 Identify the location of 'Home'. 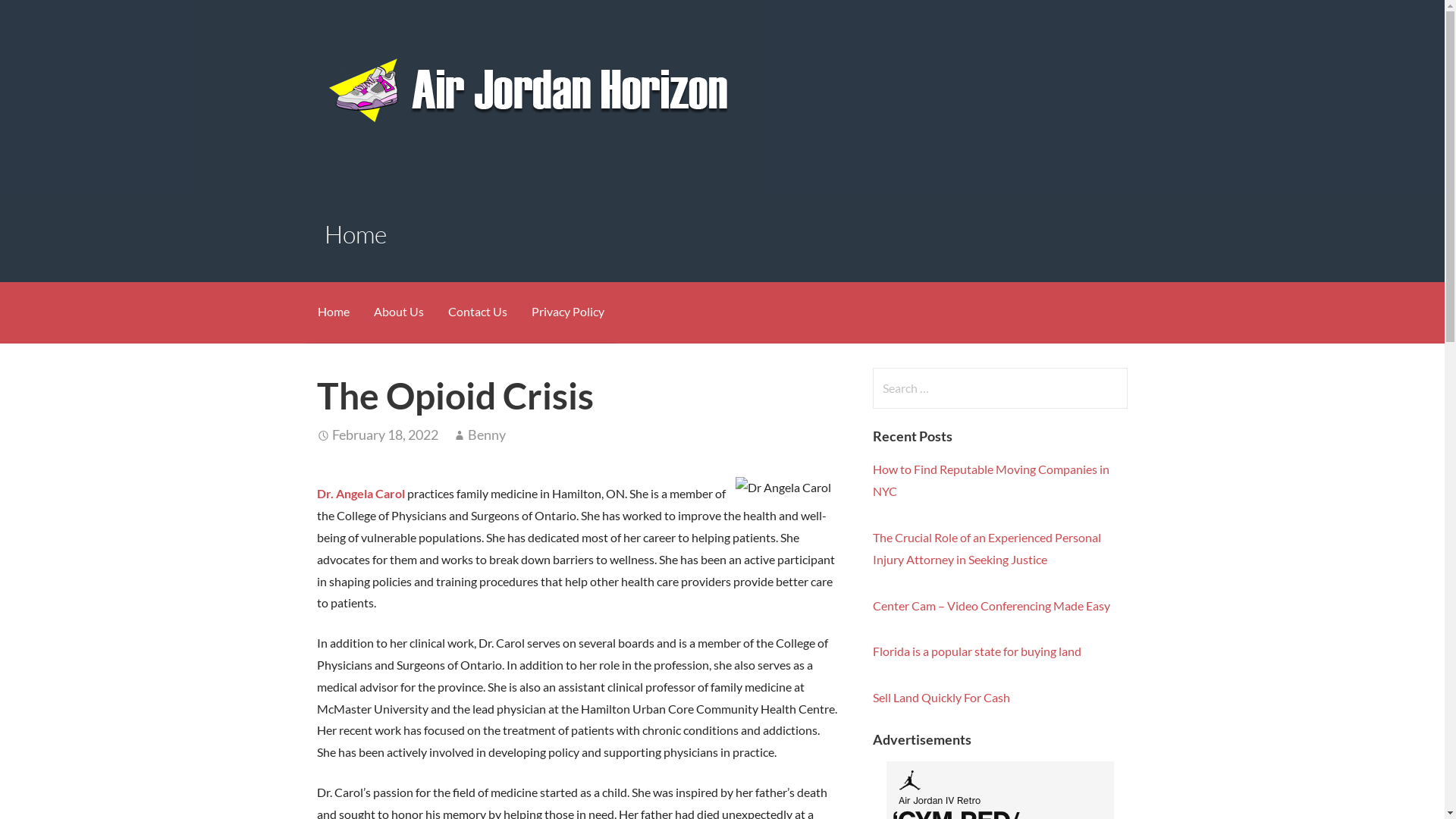
(331, 312).